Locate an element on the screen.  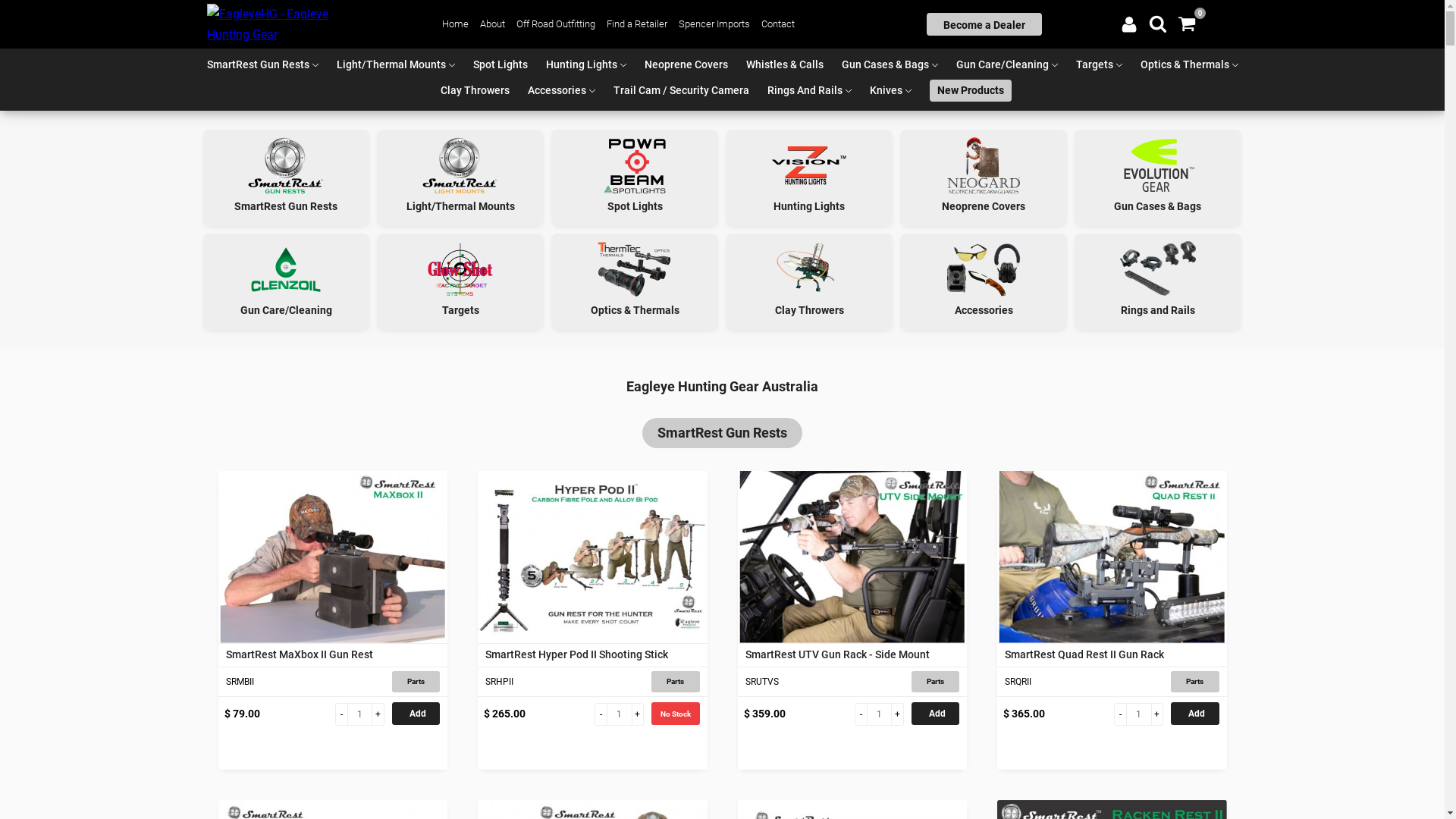
'No Stock' is located at coordinates (674, 714).